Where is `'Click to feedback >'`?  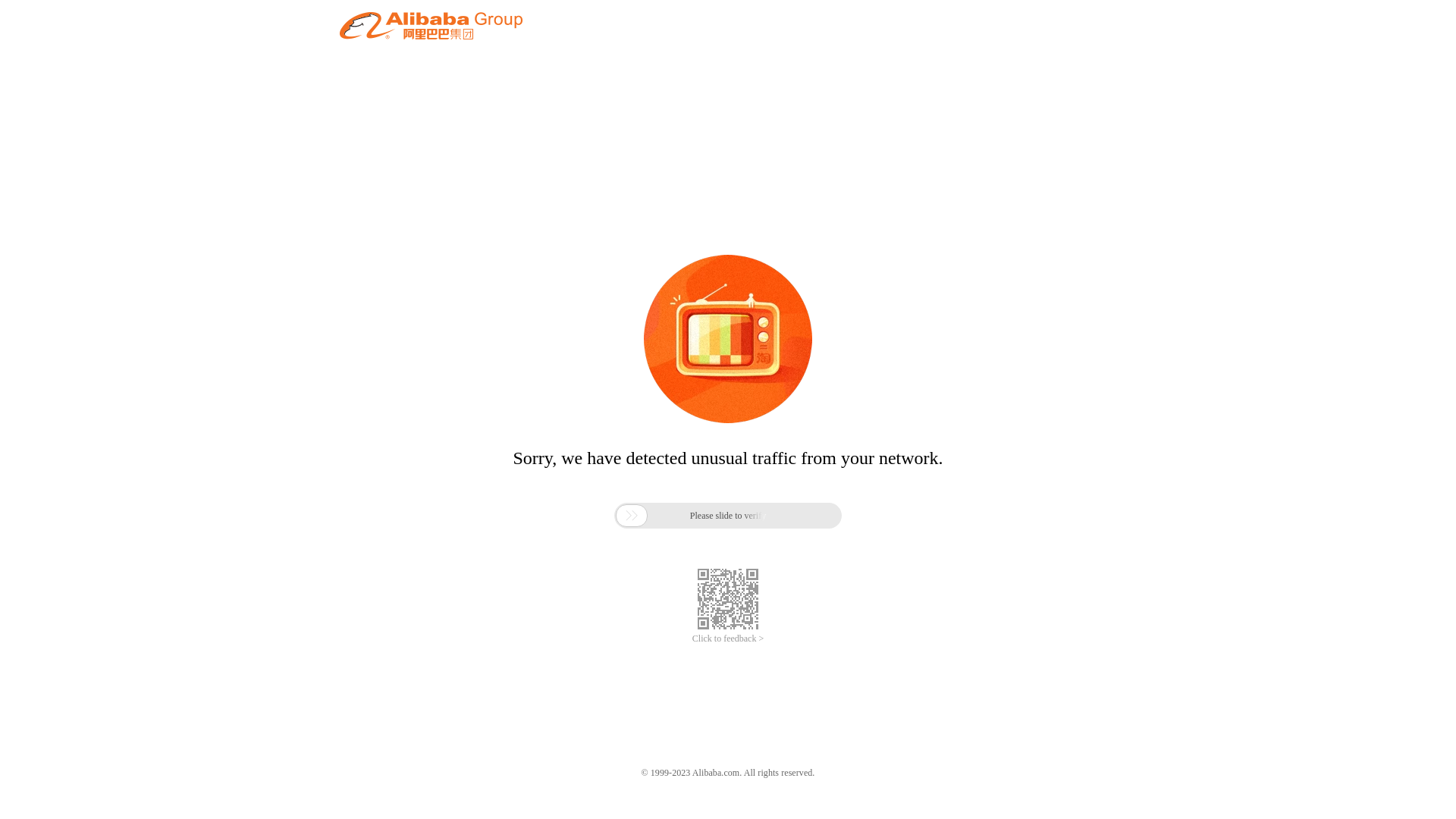
'Click to feedback >' is located at coordinates (728, 639).